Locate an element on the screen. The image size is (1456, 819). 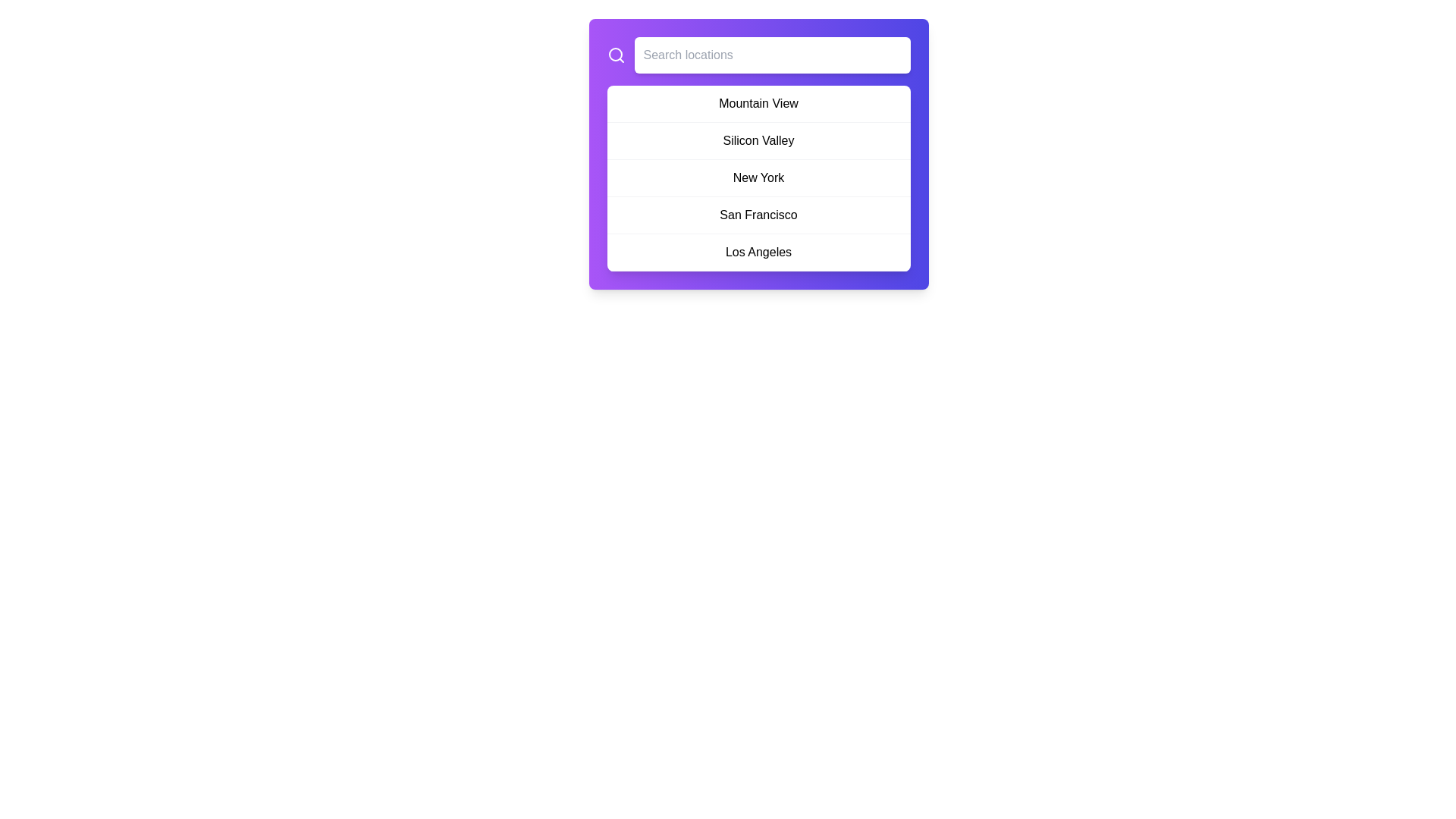
the fifth item in the location selection menu, which represents 'Los Angeles' is located at coordinates (758, 252).